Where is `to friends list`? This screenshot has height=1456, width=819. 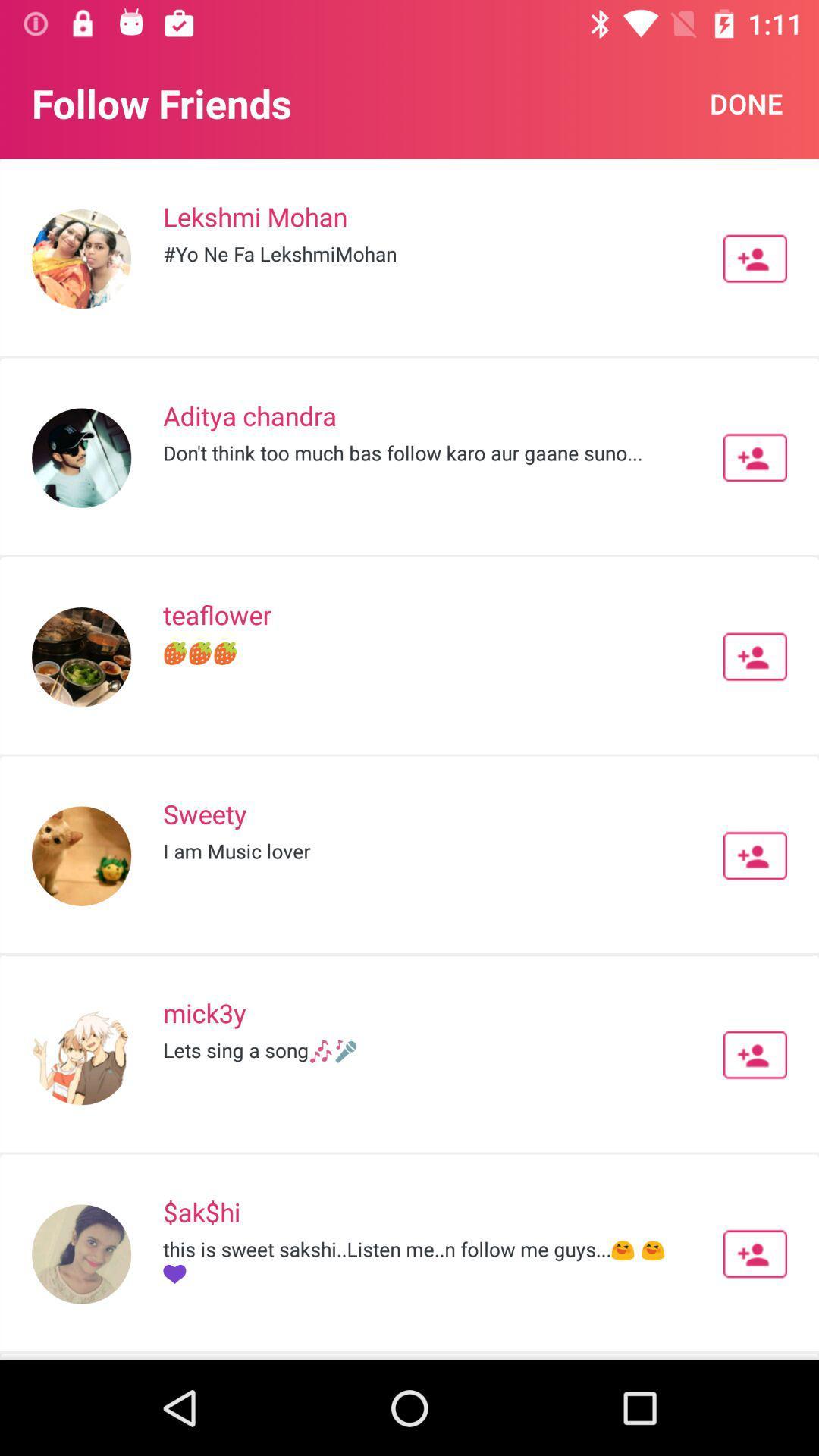
to friends list is located at coordinates (755, 259).